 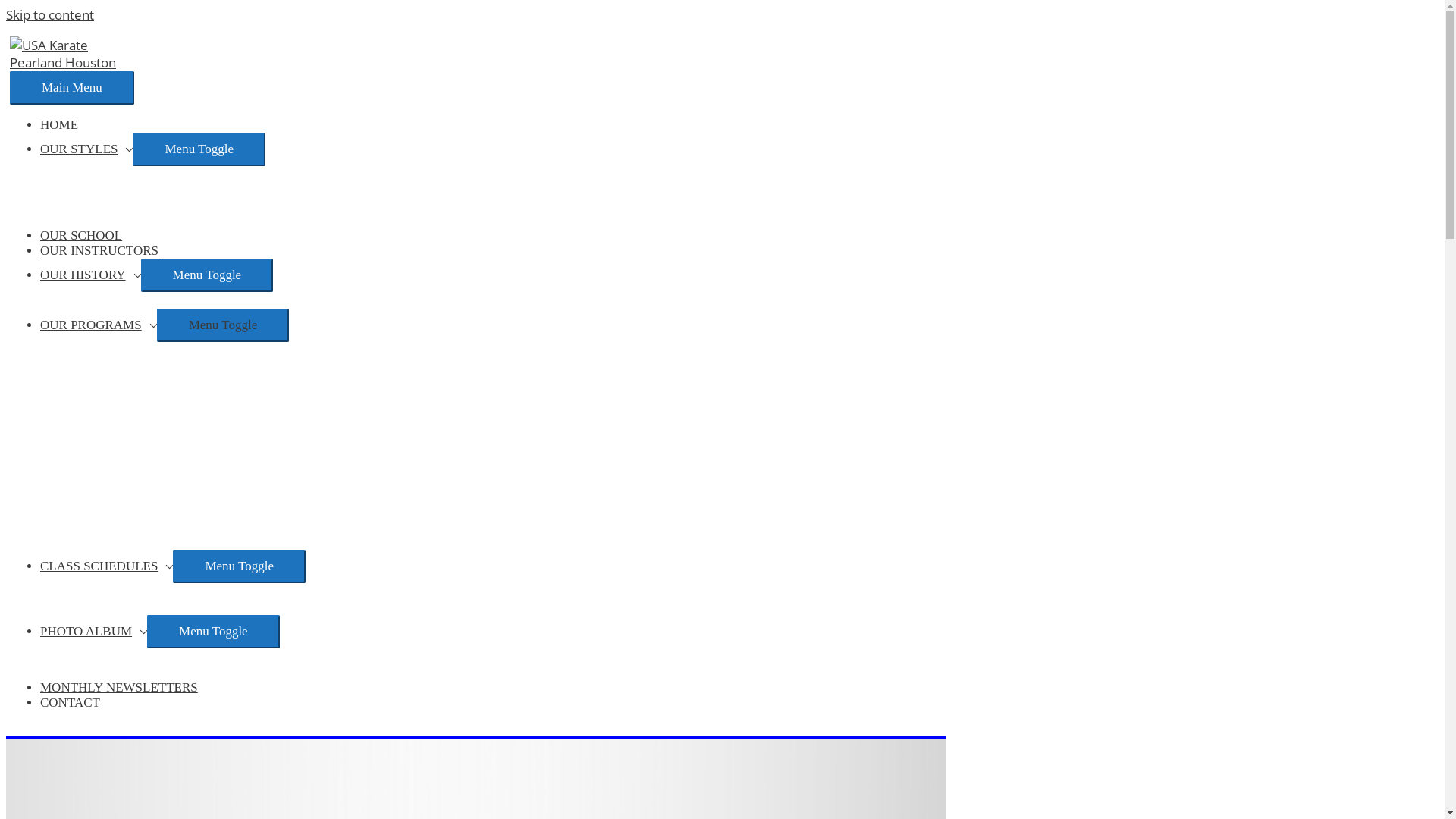 What do you see at coordinates (69, 702) in the screenshot?
I see `'CONTACT'` at bounding box center [69, 702].